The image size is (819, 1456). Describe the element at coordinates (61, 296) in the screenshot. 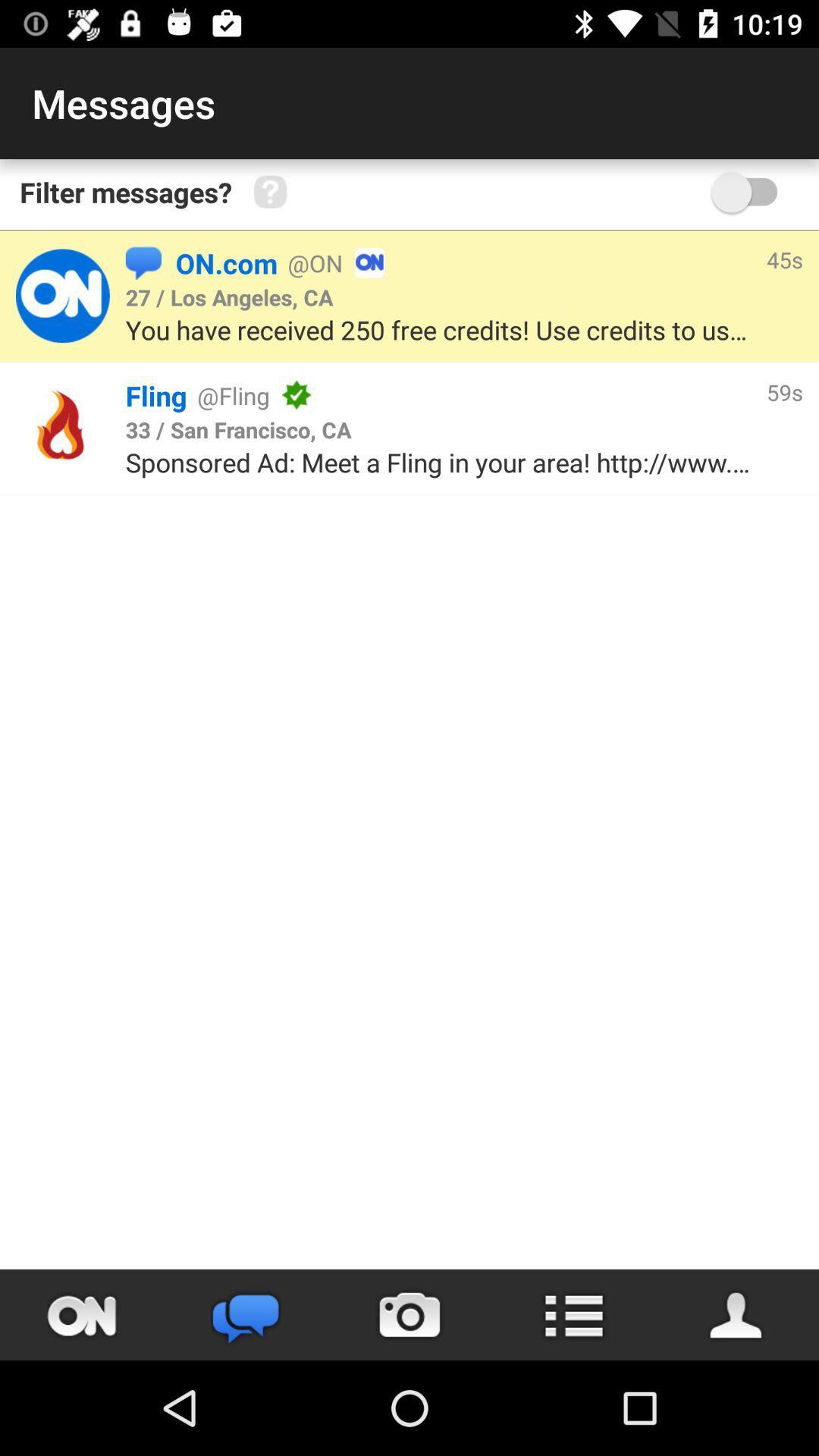

I see `logo` at that location.